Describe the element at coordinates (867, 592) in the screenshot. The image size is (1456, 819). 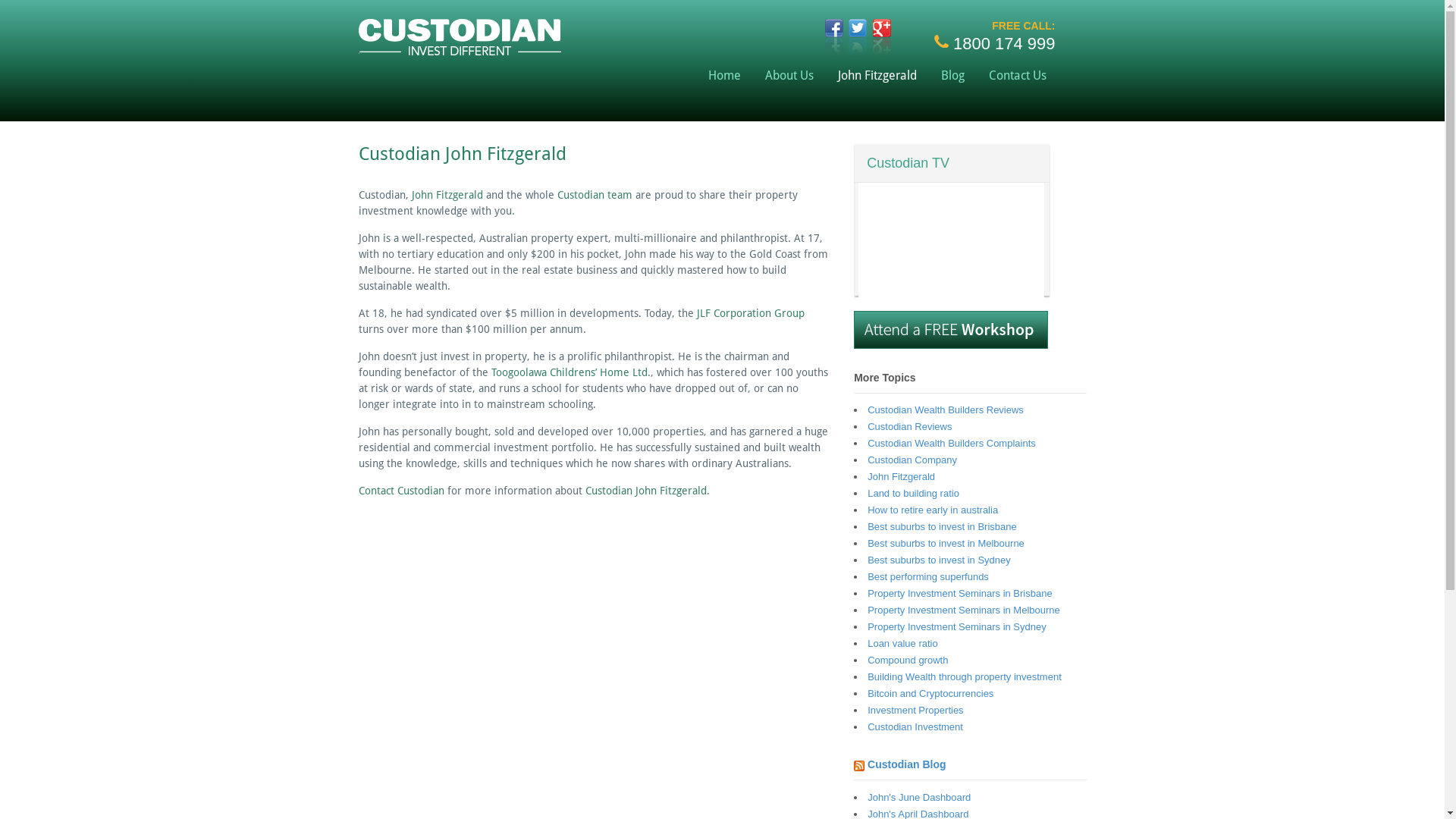
I see `'Property Investment Seminars in Brisbane'` at that location.